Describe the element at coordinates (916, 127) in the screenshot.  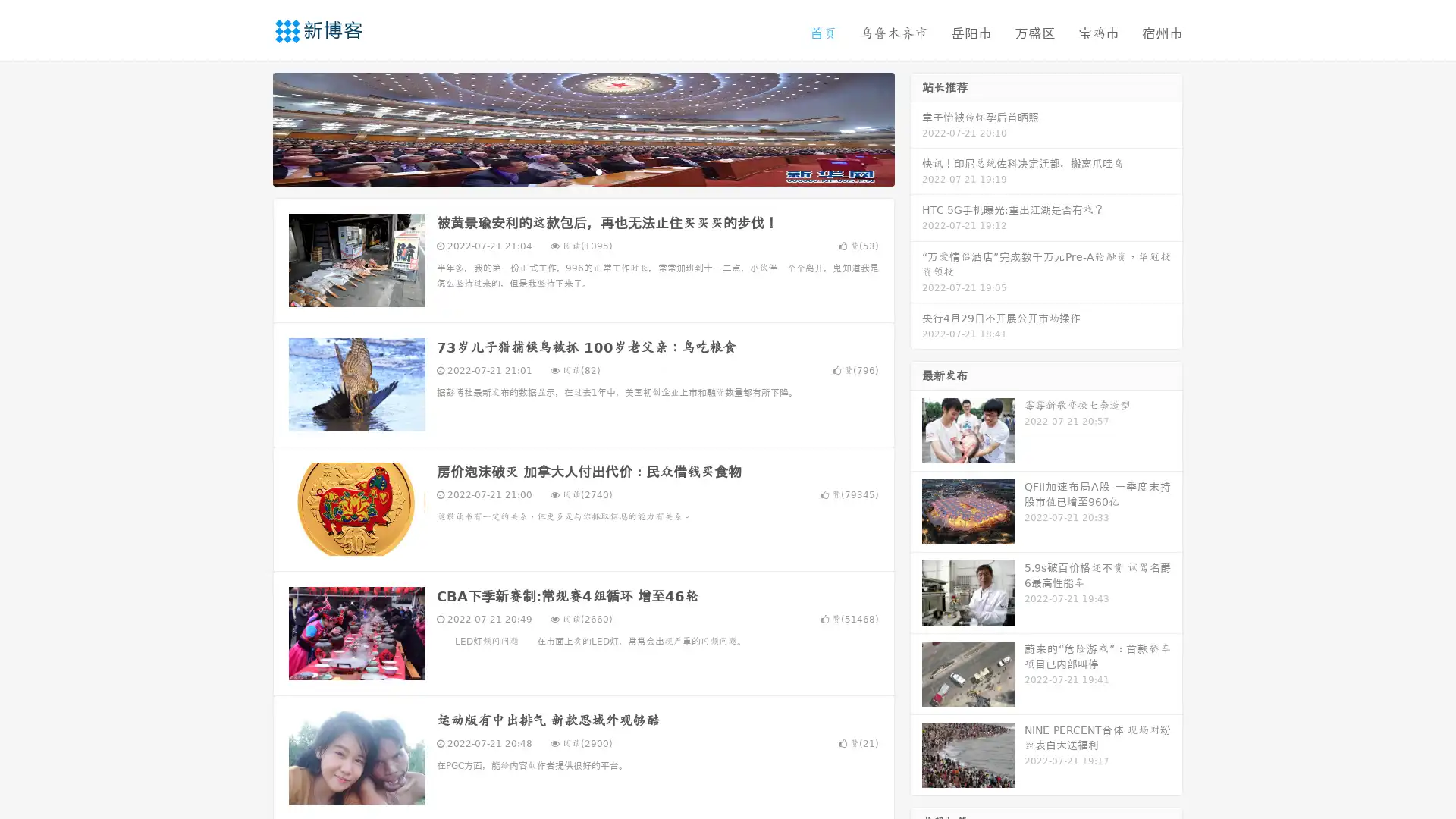
I see `Next slide` at that location.